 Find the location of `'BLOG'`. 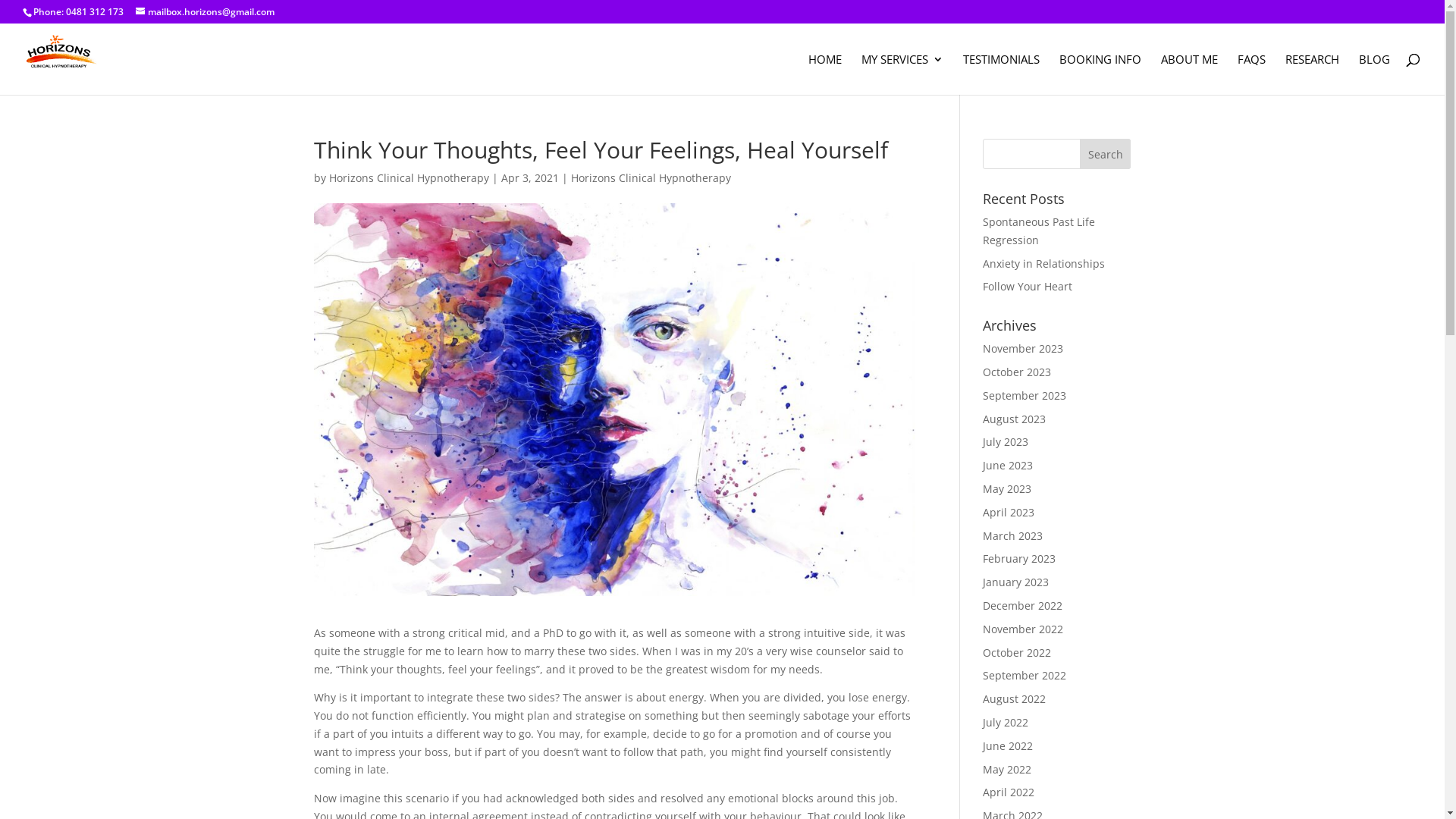

'BLOG' is located at coordinates (1374, 74).